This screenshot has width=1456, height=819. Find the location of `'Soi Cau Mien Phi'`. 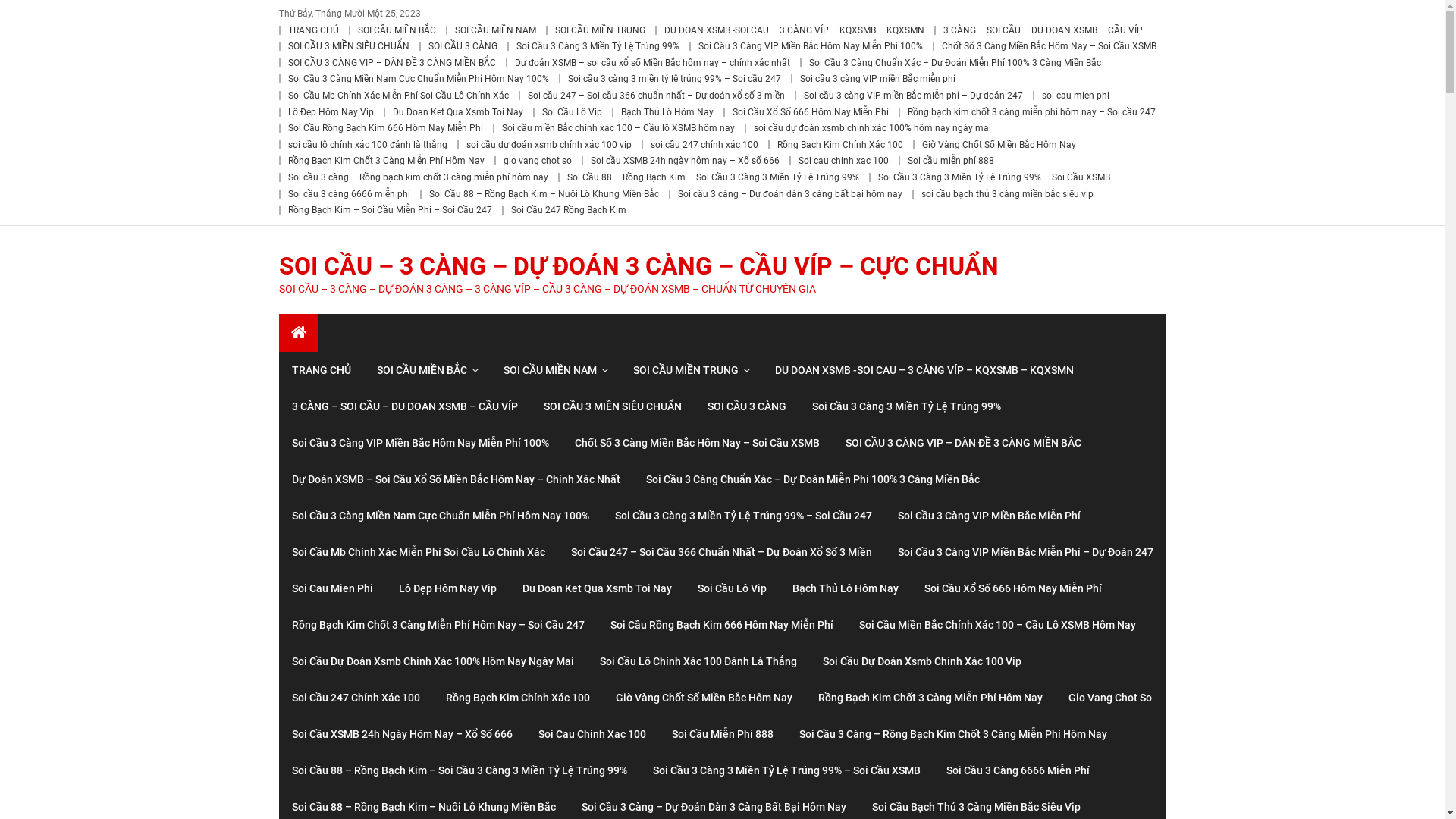

'Soi Cau Mien Phi' is located at coordinates (331, 587).